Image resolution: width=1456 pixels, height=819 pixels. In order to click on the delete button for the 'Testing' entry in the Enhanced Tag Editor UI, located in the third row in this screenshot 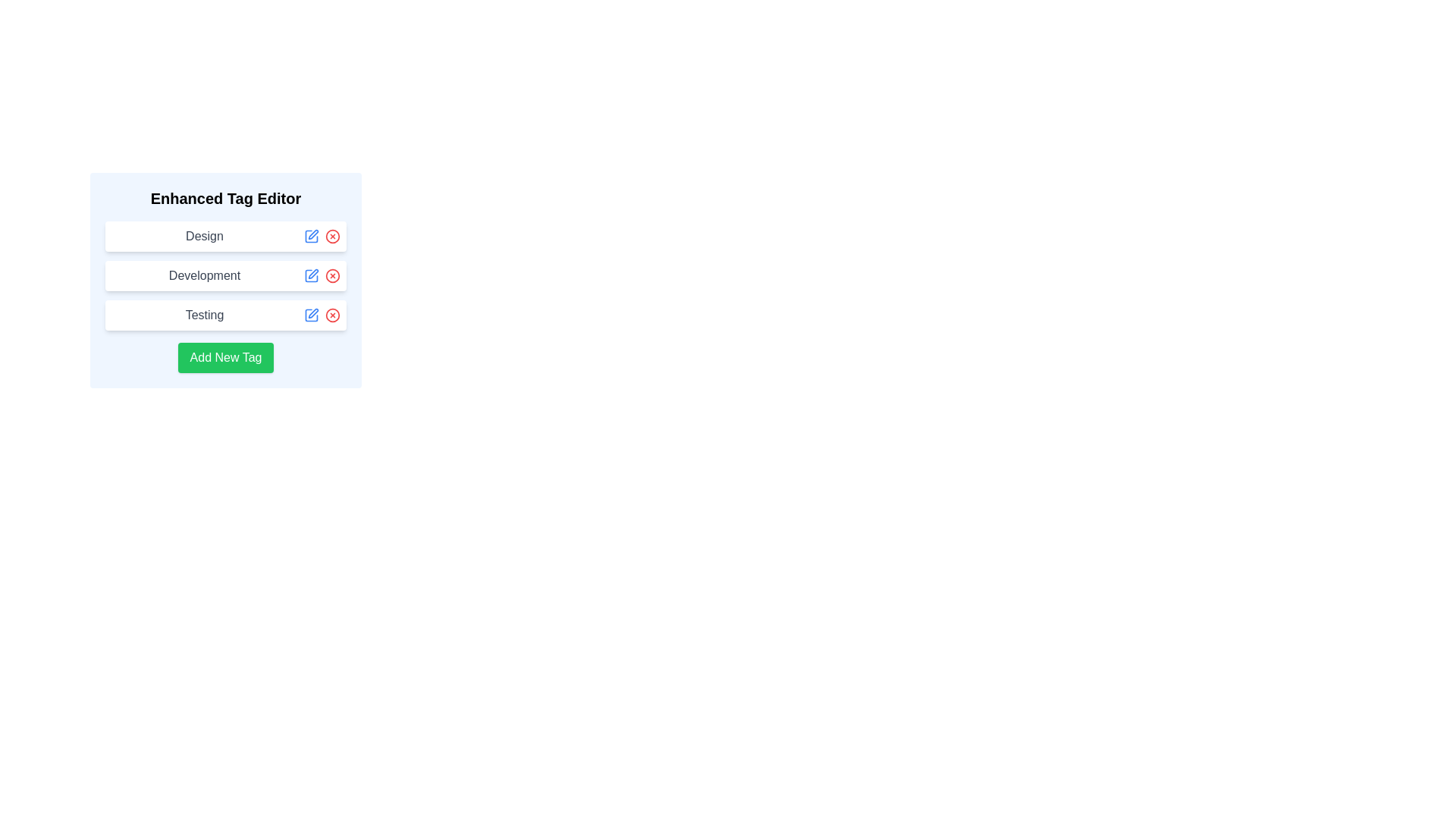, I will do `click(331, 315)`.